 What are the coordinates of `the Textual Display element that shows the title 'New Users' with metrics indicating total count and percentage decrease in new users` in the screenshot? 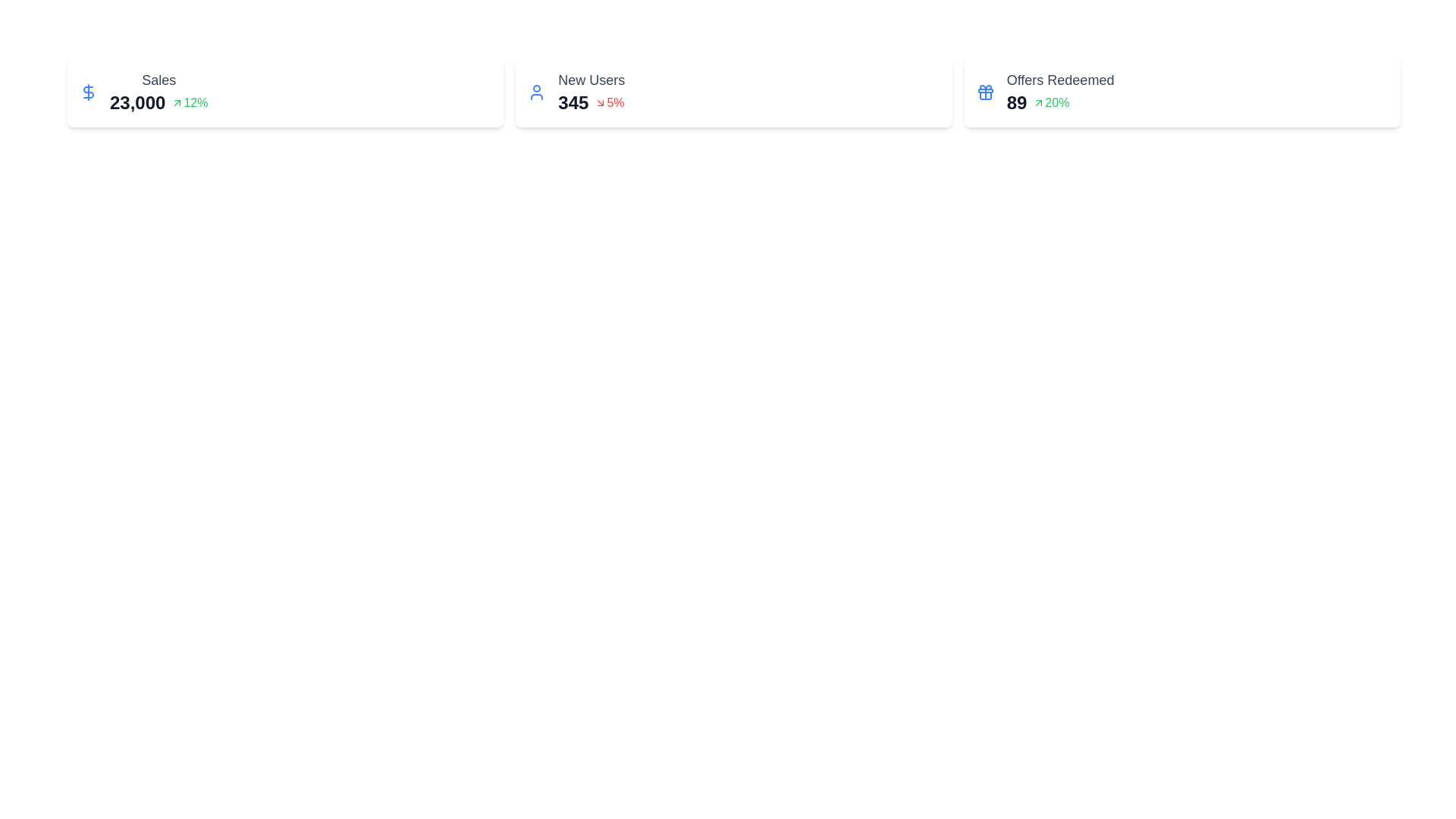 It's located at (591, 93).